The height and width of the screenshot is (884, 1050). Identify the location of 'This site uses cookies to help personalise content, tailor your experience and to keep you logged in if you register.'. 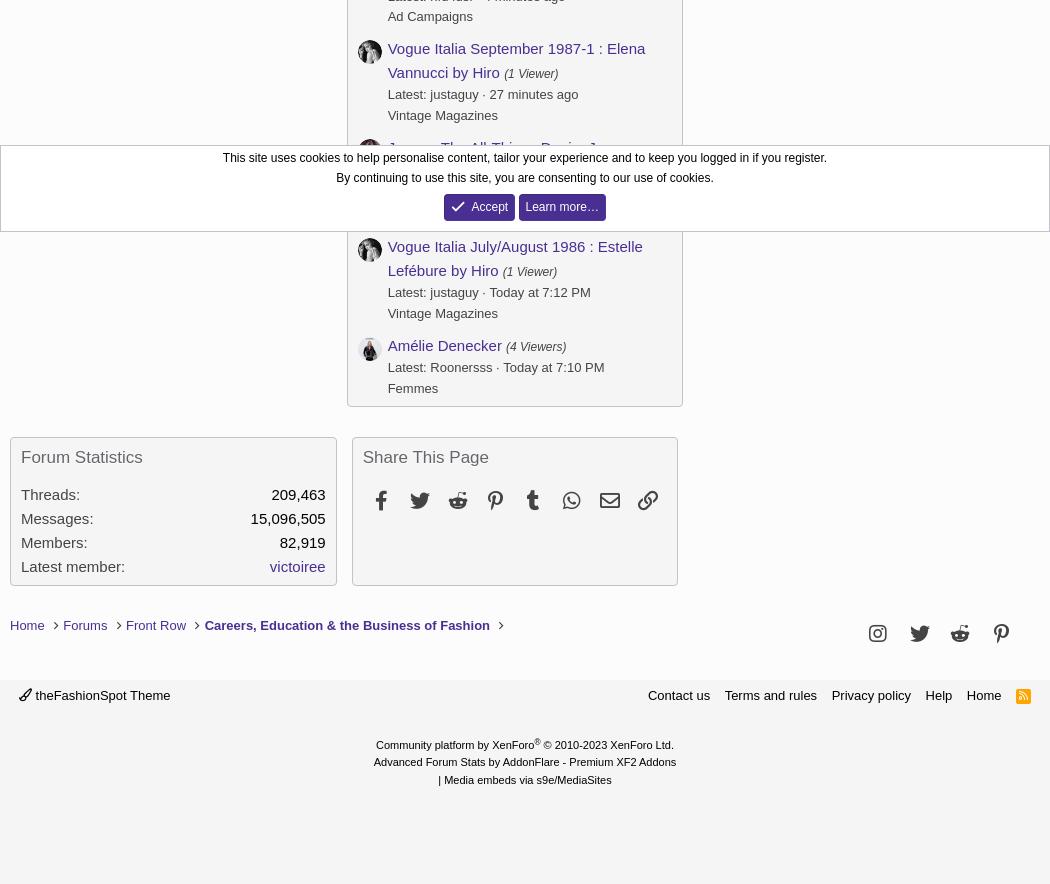
(523, 157).